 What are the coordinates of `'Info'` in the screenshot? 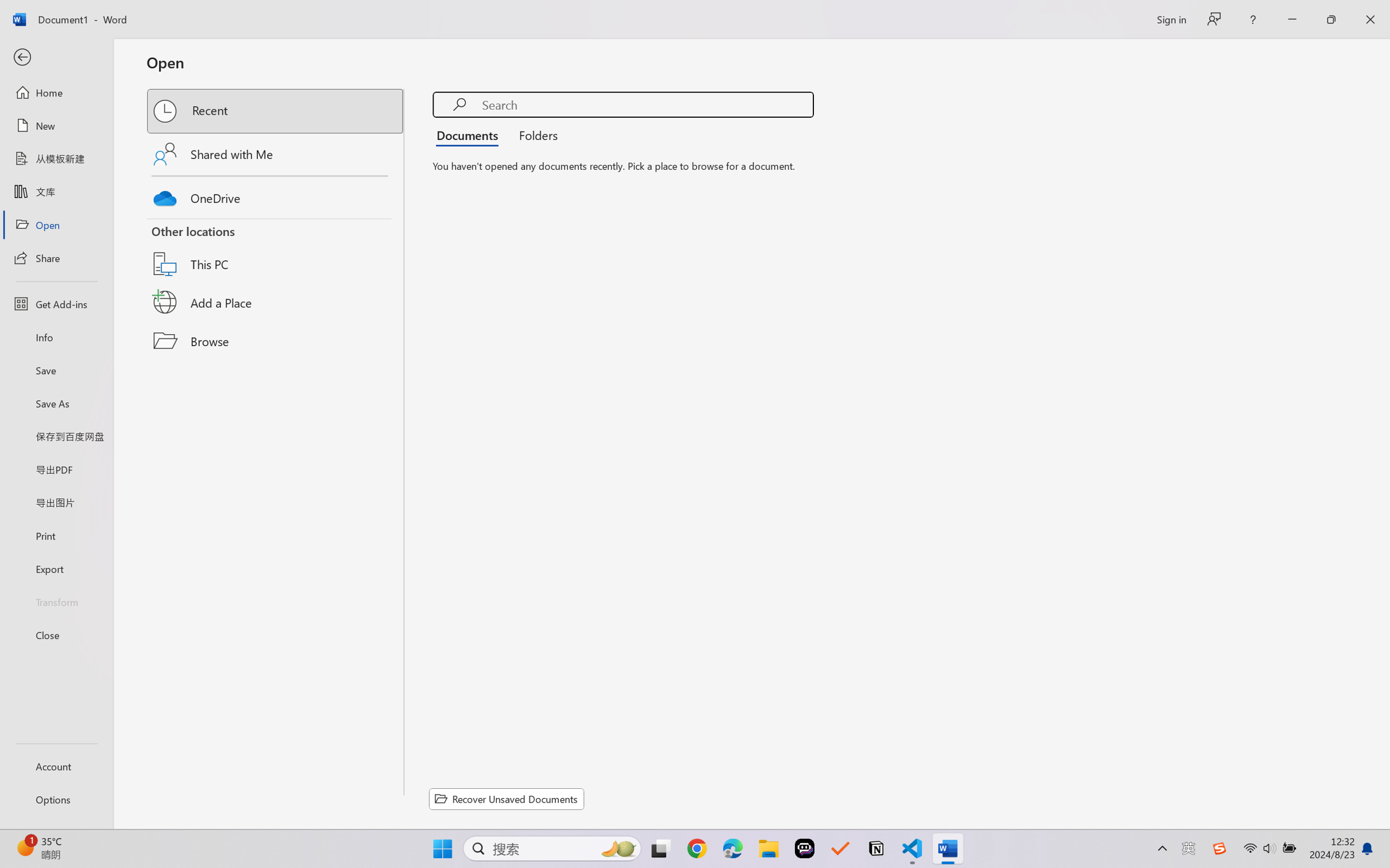 It's located at (56, 336).